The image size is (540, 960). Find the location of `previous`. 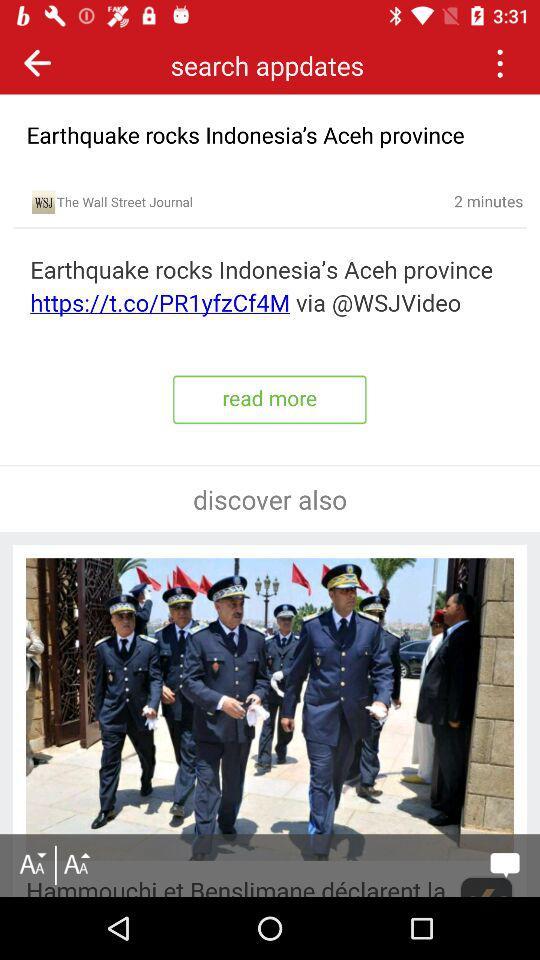

previous is located at coordinates (37, 62).